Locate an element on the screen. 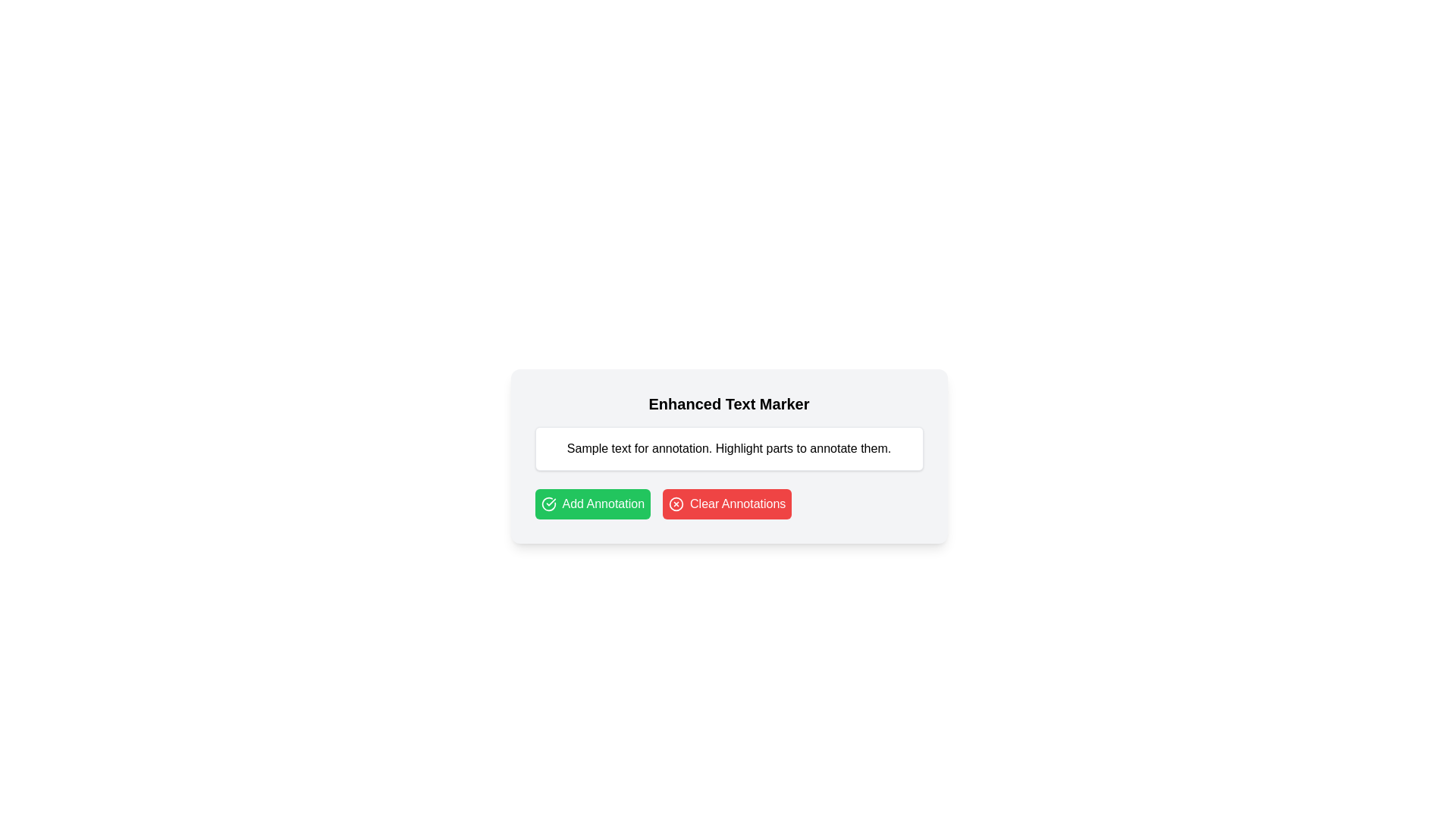 Image resolution: width=1456 pixels, height=819 pixels. the third character 'm' in the word 'Sample' within the informational text block that reads 'Sample text for annotation. Highlight parts to annotate them.' is located at coordinates (586, 447).